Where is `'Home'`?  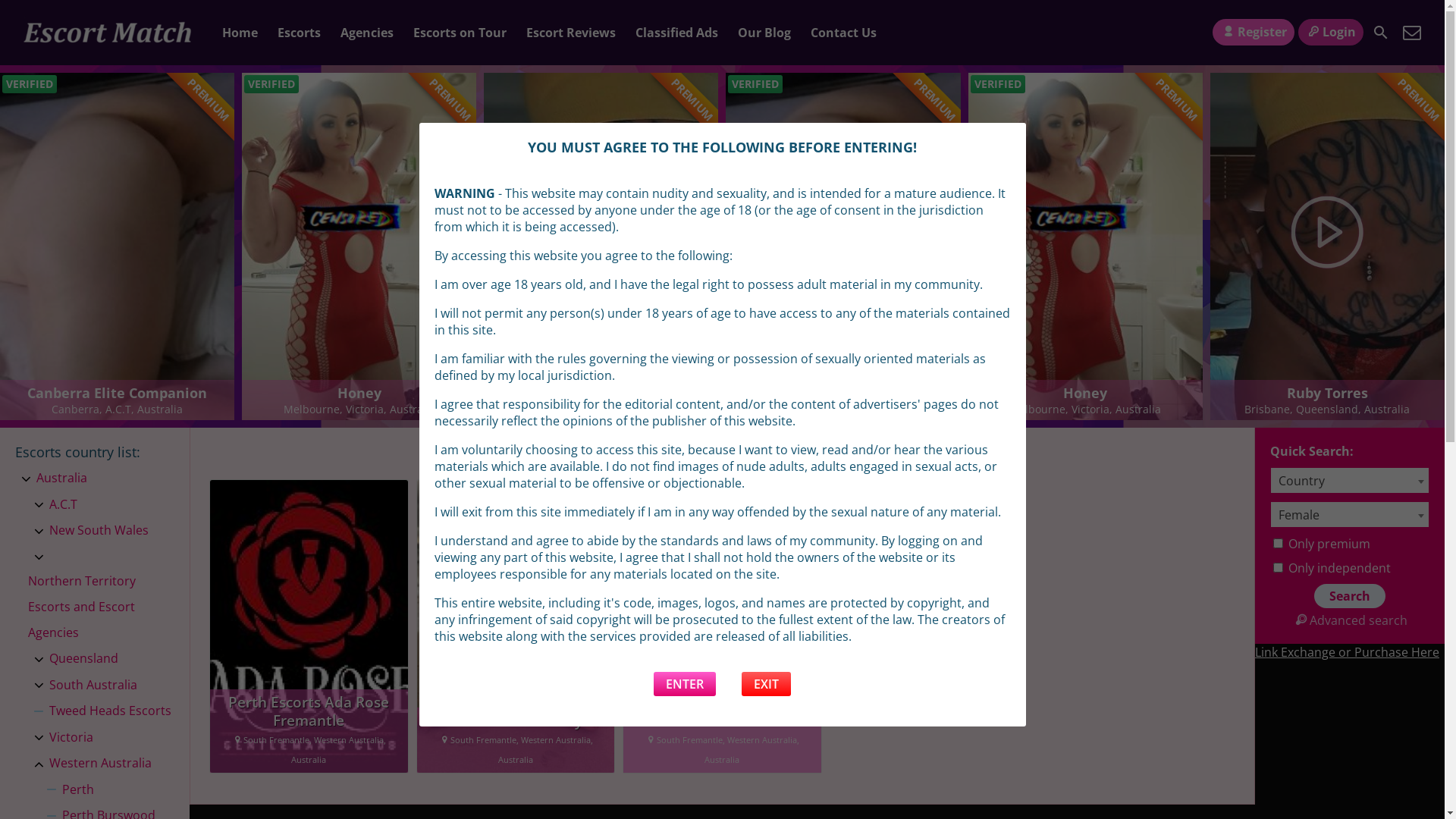
'Home' is located at coordinates (239, 33).